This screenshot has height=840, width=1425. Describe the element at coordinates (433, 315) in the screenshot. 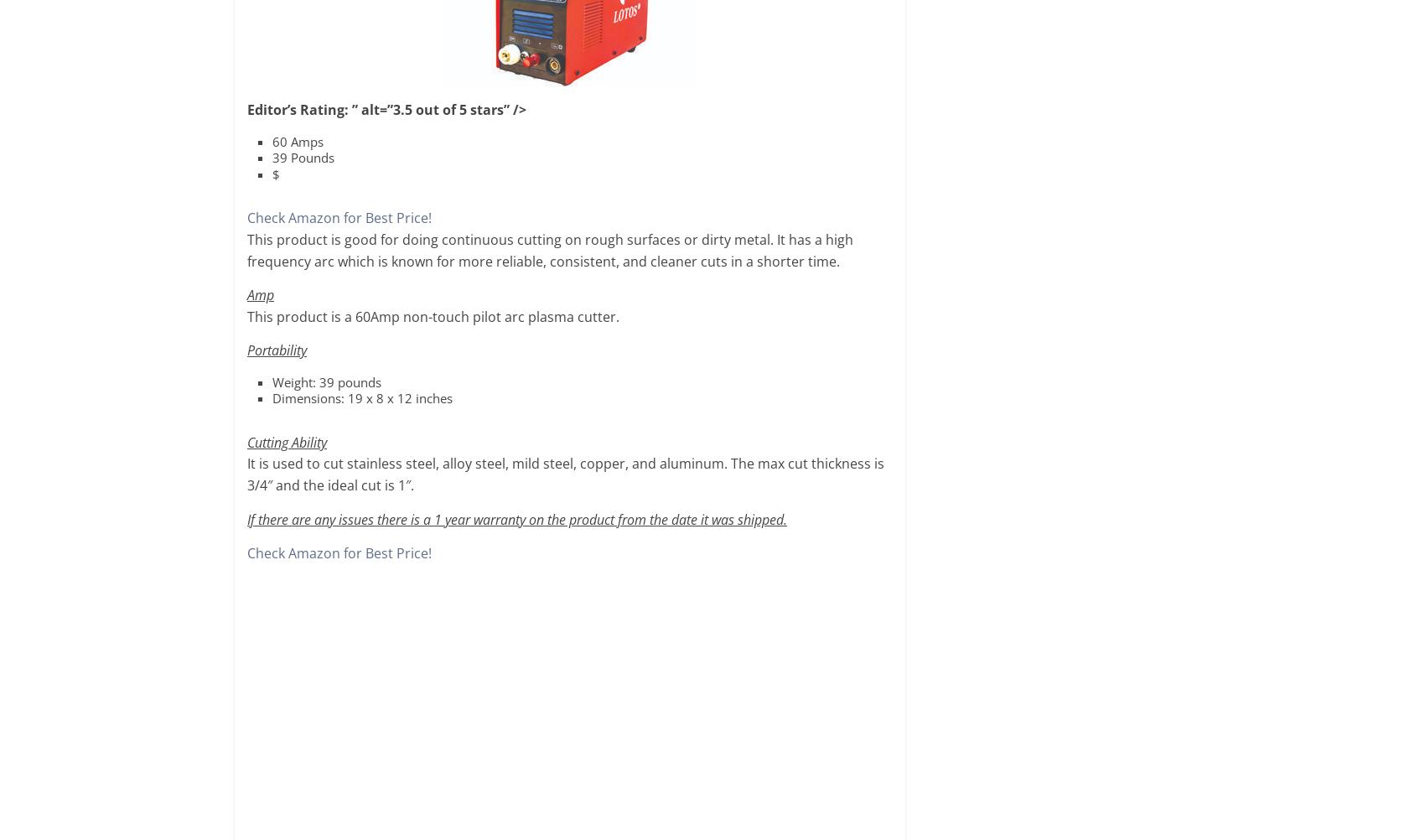

I see `'This product is a 60Amp non-touch pilot arc plasma cutter.'` at that location.